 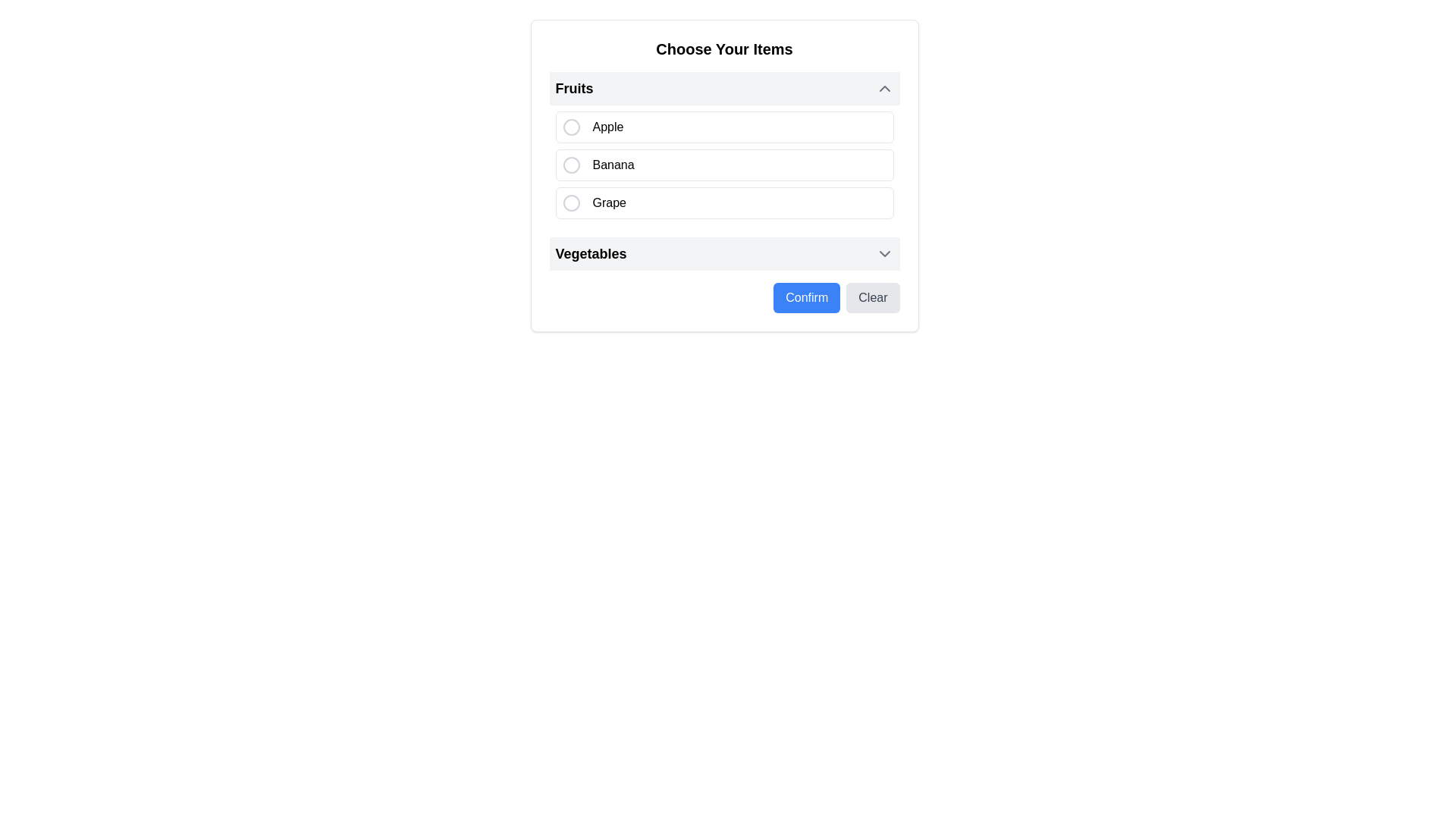 What do you see at coordinates (607, 127) in the screenshot?
I see `the static text label 'Apple', which is styled in black and located adjacent to a circular radio button in the first option of the 'Fruits' list in the selection menu` at bounding box center [607, 127].